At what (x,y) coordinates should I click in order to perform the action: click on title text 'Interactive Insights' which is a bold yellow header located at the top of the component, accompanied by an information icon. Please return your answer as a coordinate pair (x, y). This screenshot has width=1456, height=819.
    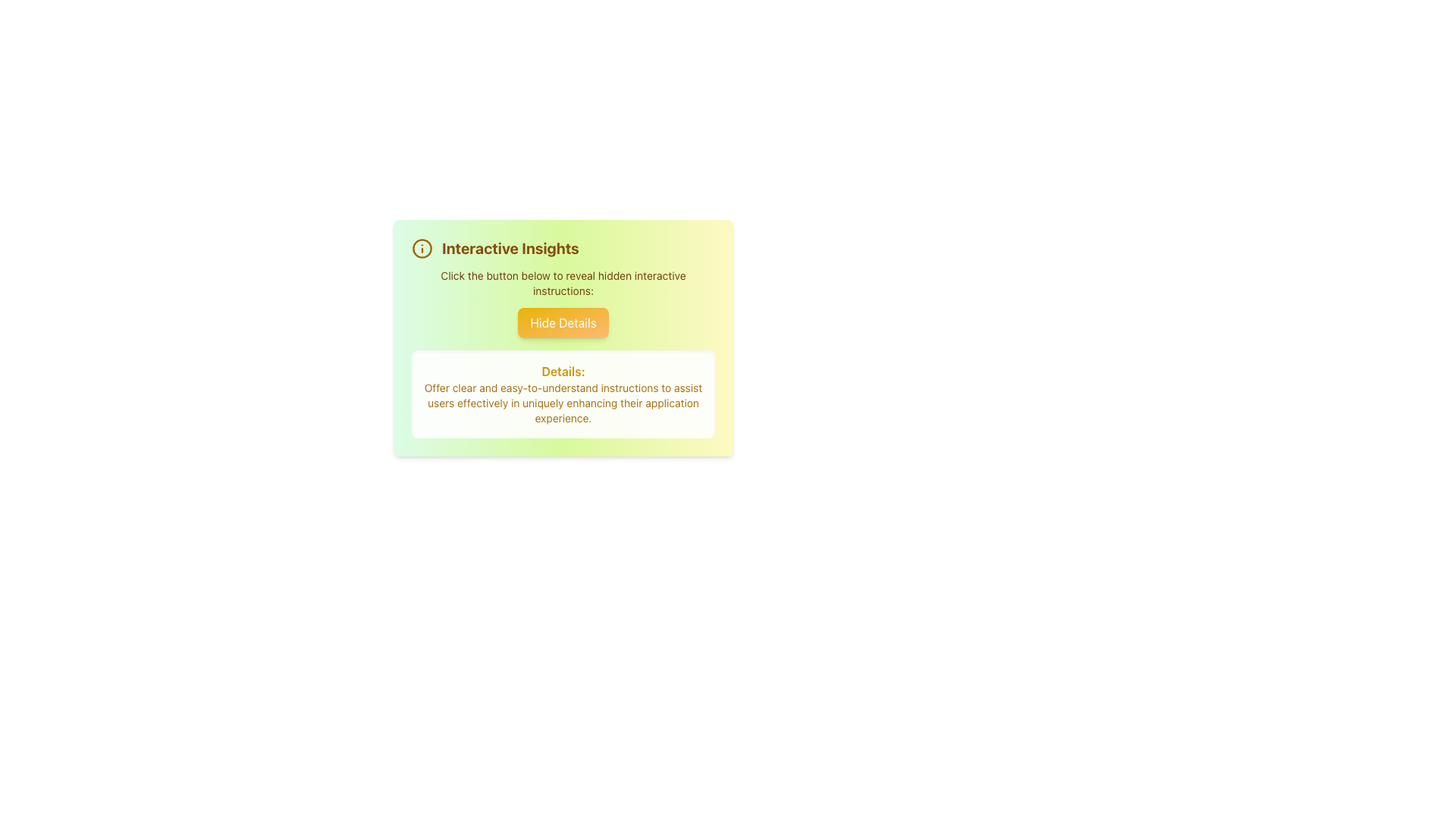
    Looking at the image, I should click on (563, 247).